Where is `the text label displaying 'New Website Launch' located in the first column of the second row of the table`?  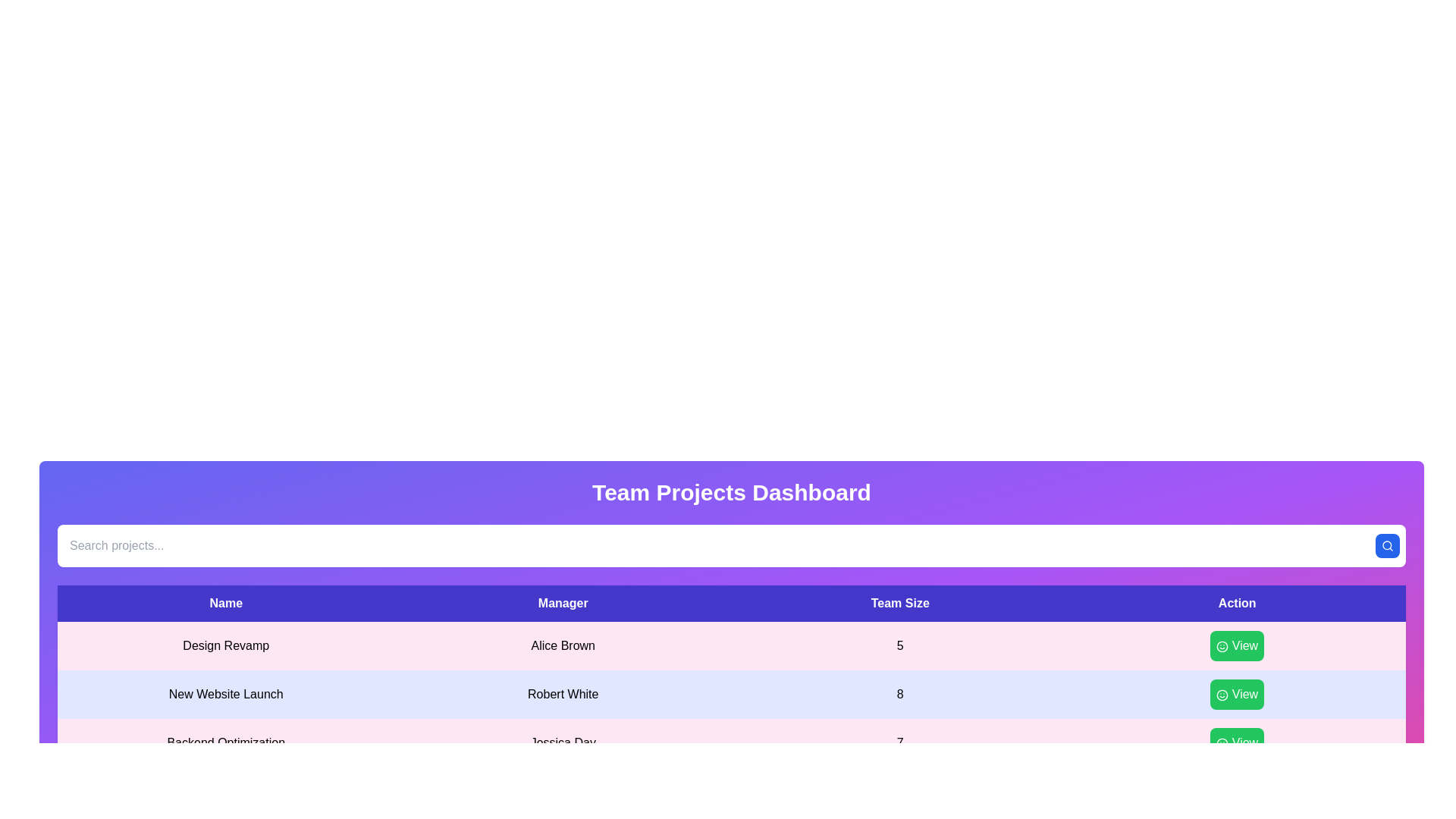 the text label displaying 'New Website Launch' located in the first column of the second row of the table is located at coordinates (225, 694).